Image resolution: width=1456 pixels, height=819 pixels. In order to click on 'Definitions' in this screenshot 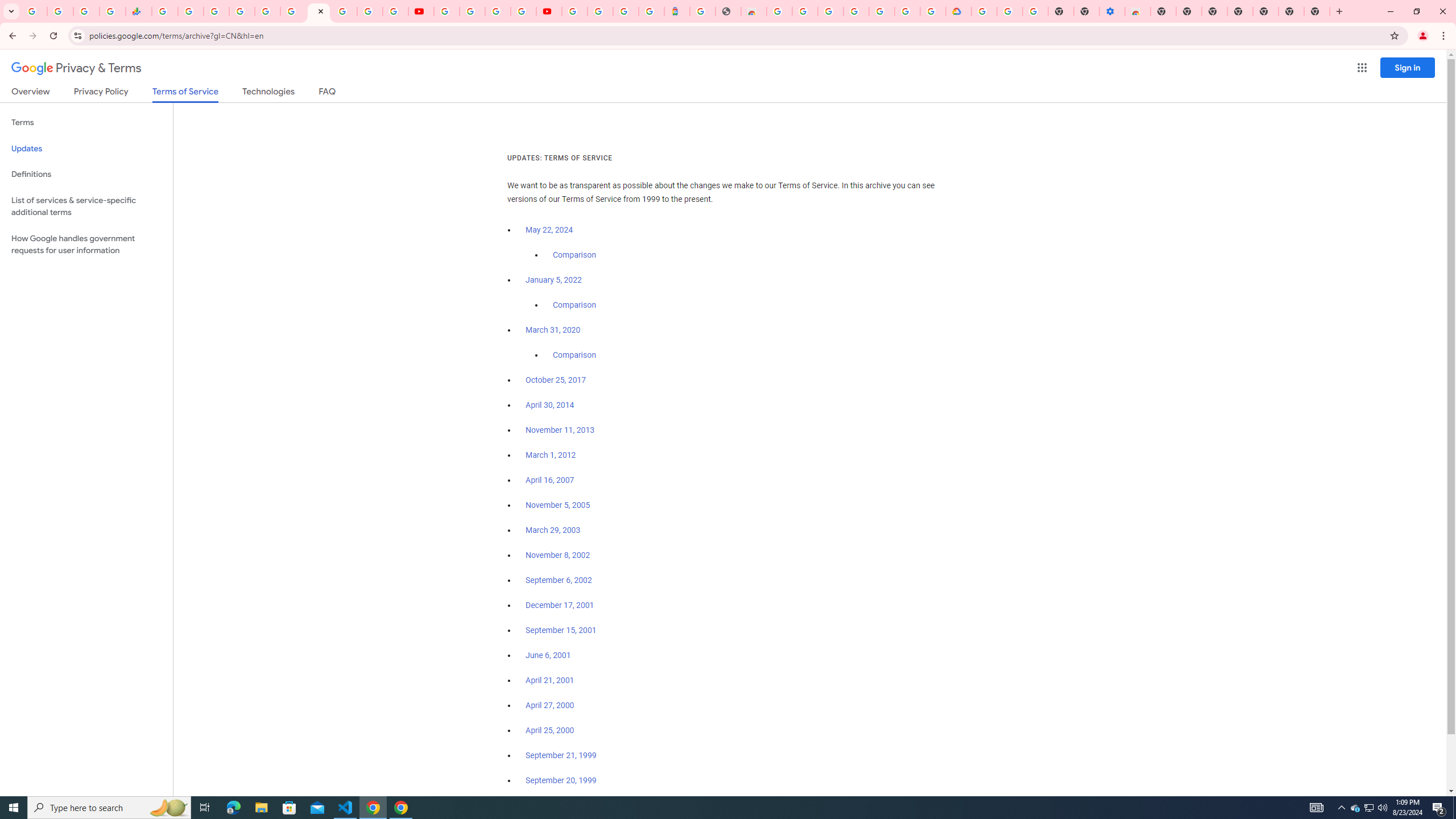, I will do `click(86, 174)`.